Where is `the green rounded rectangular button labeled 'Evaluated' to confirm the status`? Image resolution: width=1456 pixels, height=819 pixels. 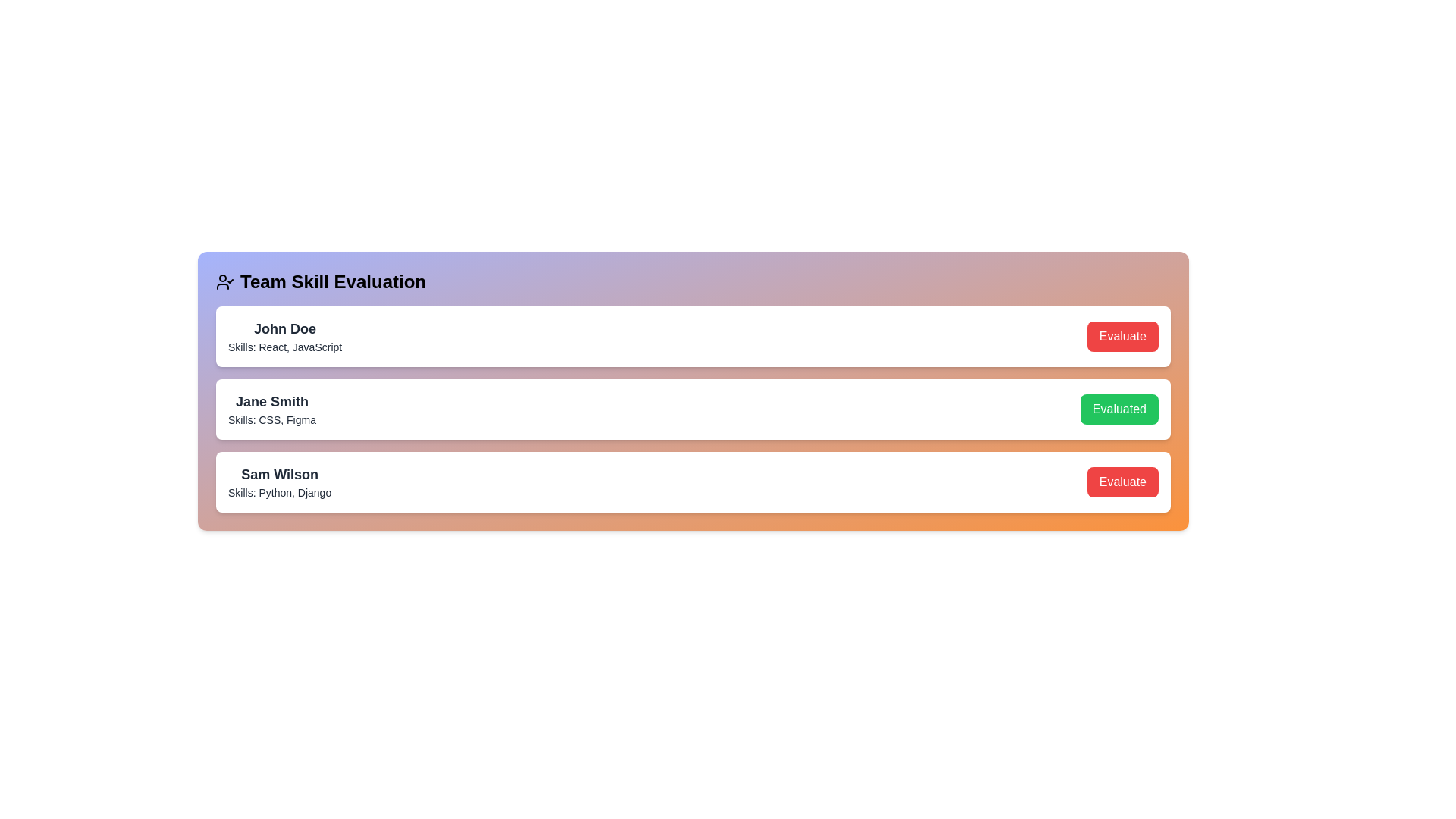
the green rounded rectangular button labeled 'Evaluated' to confirm the status is located at coordinates (1119, 409).